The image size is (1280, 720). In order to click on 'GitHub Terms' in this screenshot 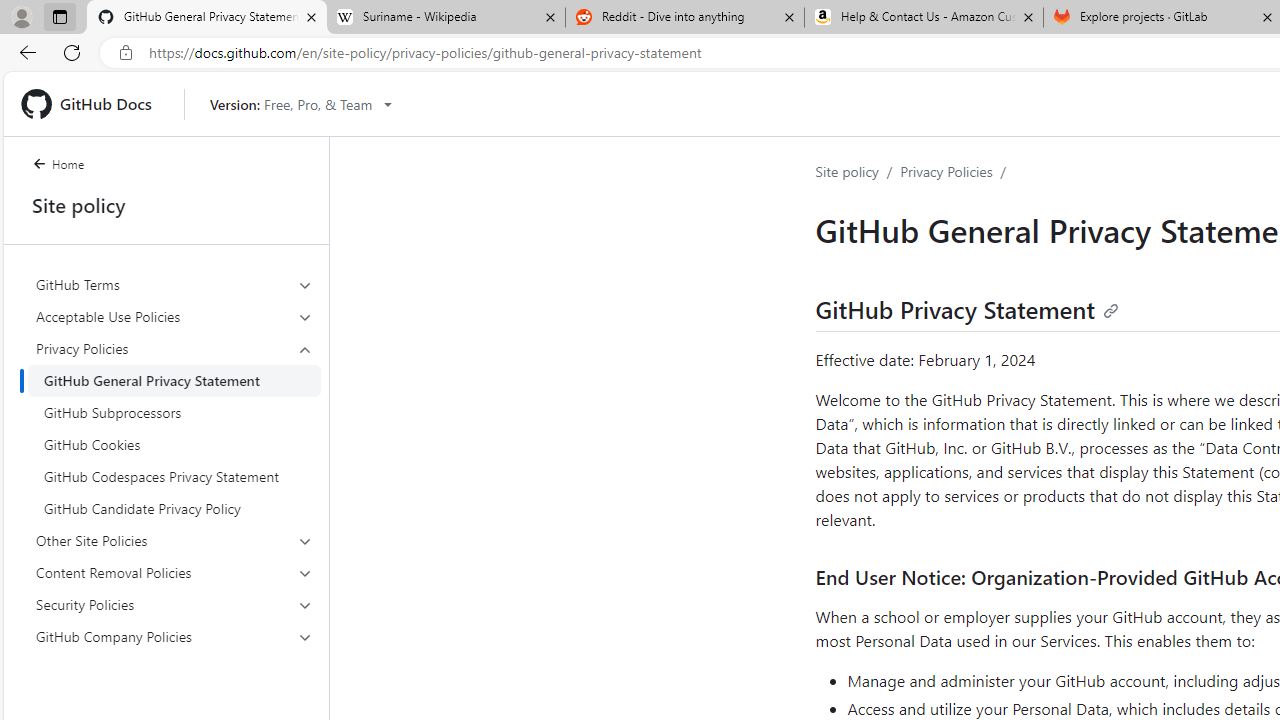, I will do `click(174, 285)`.